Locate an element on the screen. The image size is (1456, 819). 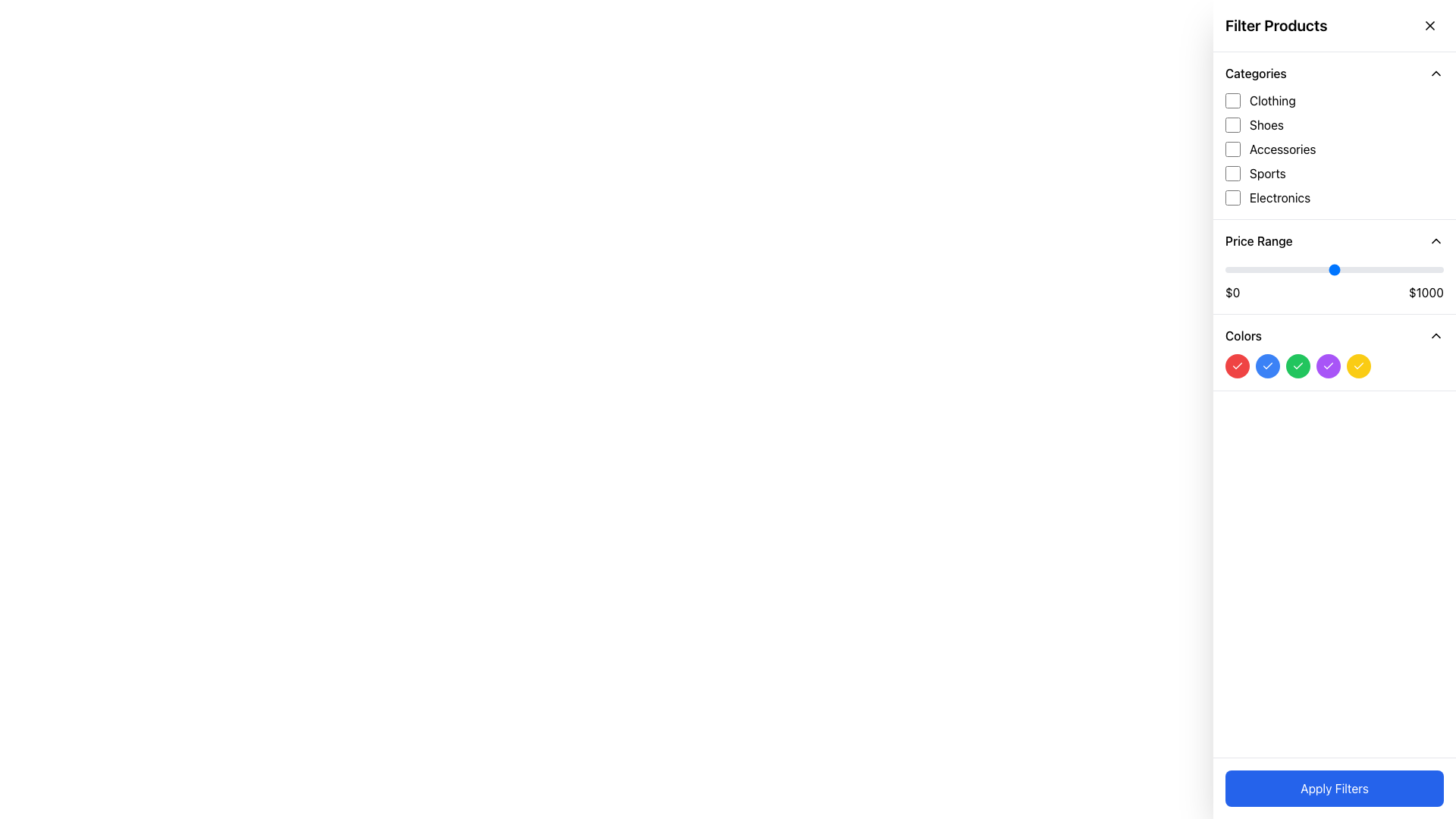
the circular blue button with a white checkmark icon, which is the third button in the 'Colors' group is located at coordinates (1267, 366).